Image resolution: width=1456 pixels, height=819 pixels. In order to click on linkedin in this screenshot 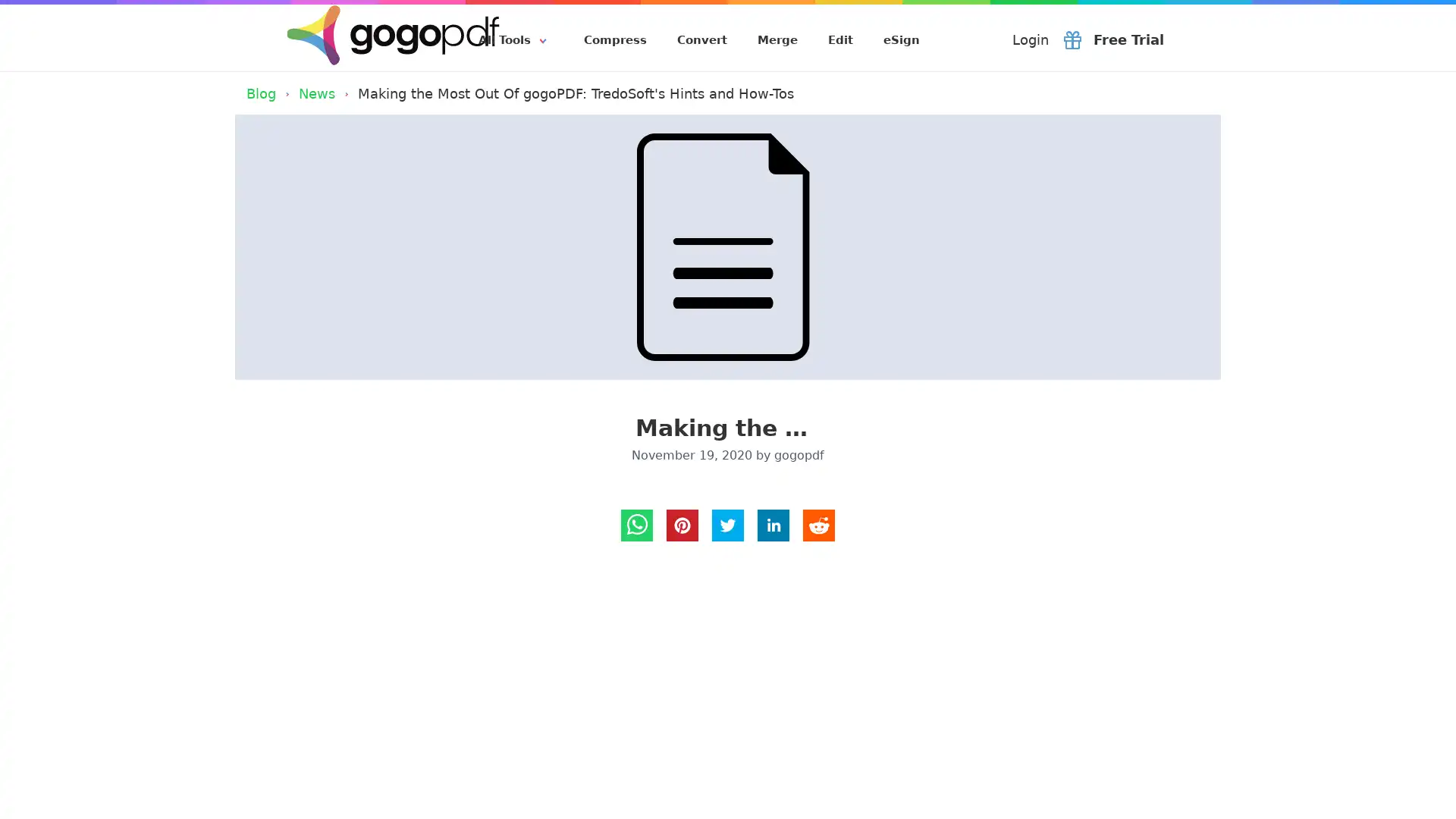, I will do `click(773, 525)`.